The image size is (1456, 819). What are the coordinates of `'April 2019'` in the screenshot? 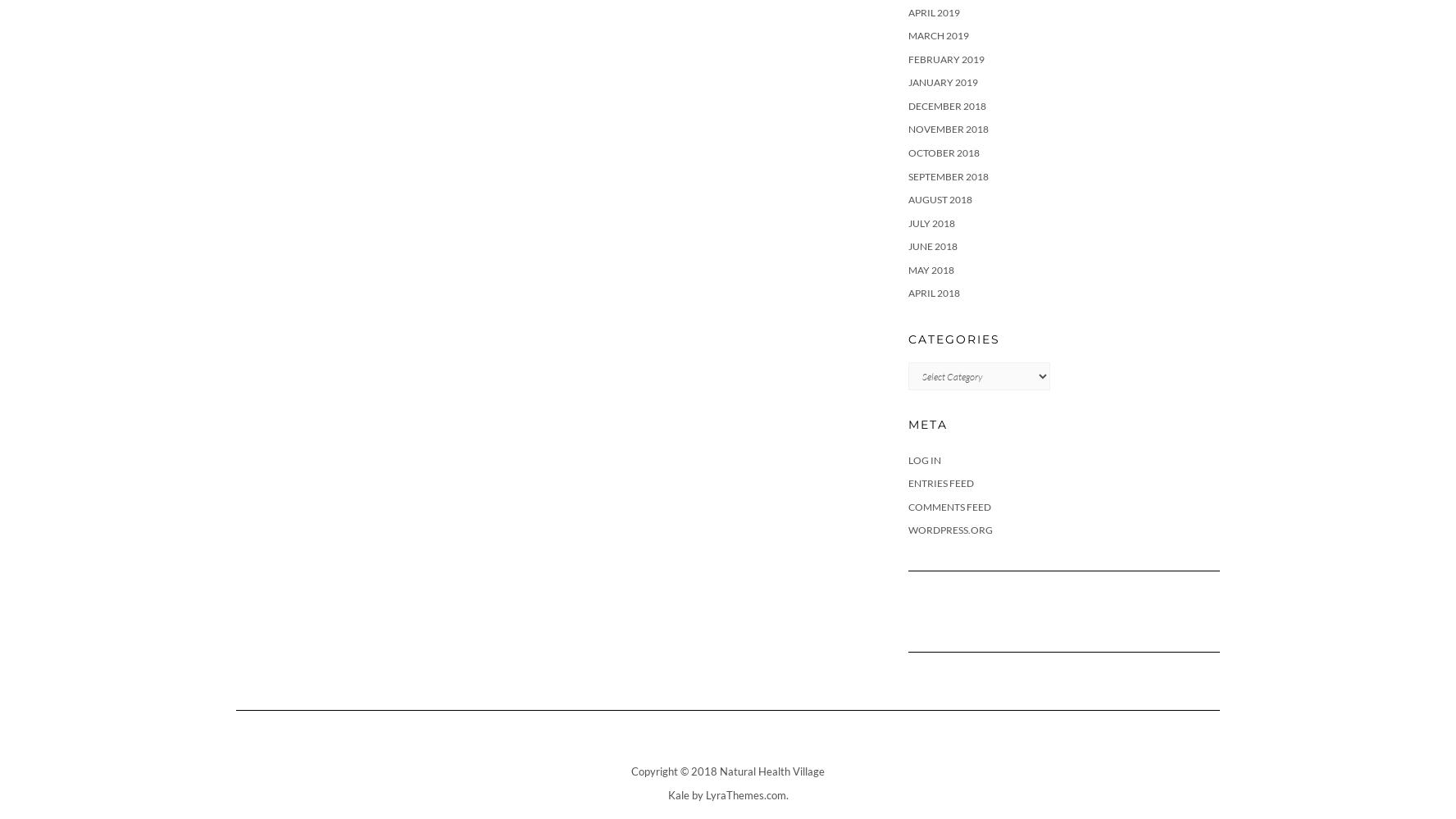 It's located at (934, 11).